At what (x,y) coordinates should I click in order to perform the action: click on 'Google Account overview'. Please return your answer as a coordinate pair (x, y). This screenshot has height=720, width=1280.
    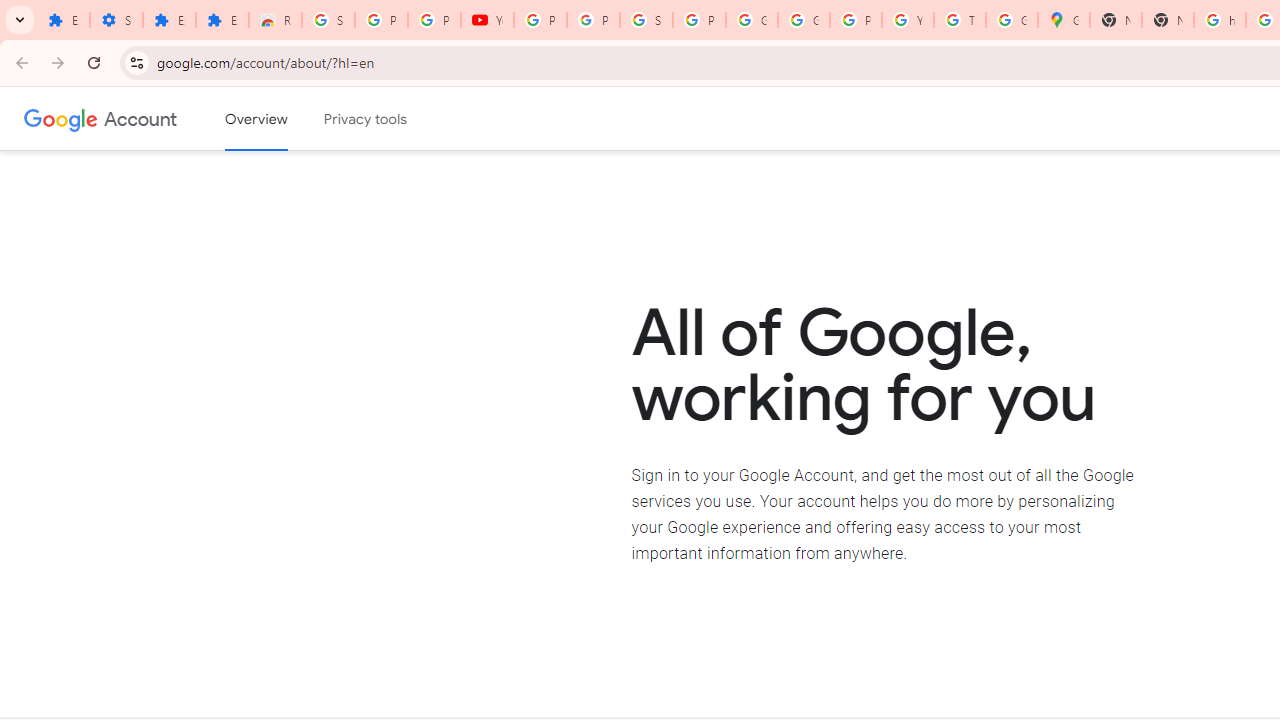
    Looking at the image, I should click on (255, 119).